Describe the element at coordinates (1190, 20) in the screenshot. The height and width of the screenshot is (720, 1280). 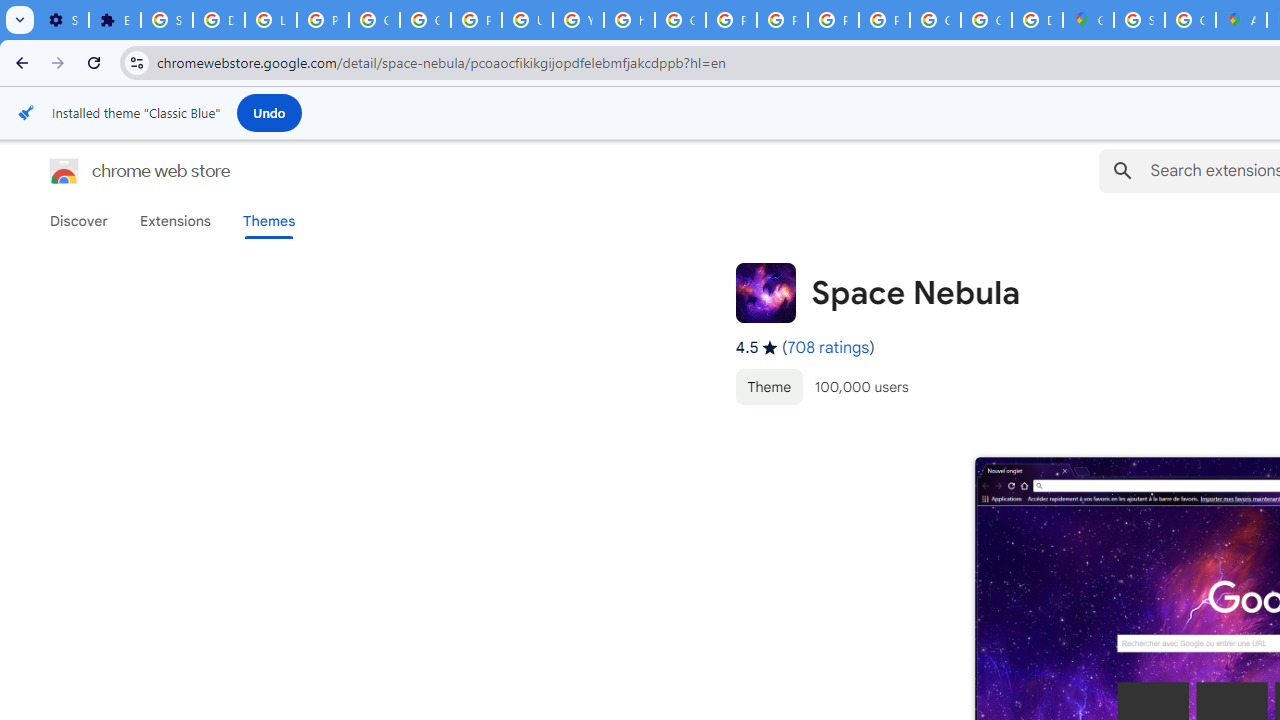
I see `'Create your Google Account'` at that location.